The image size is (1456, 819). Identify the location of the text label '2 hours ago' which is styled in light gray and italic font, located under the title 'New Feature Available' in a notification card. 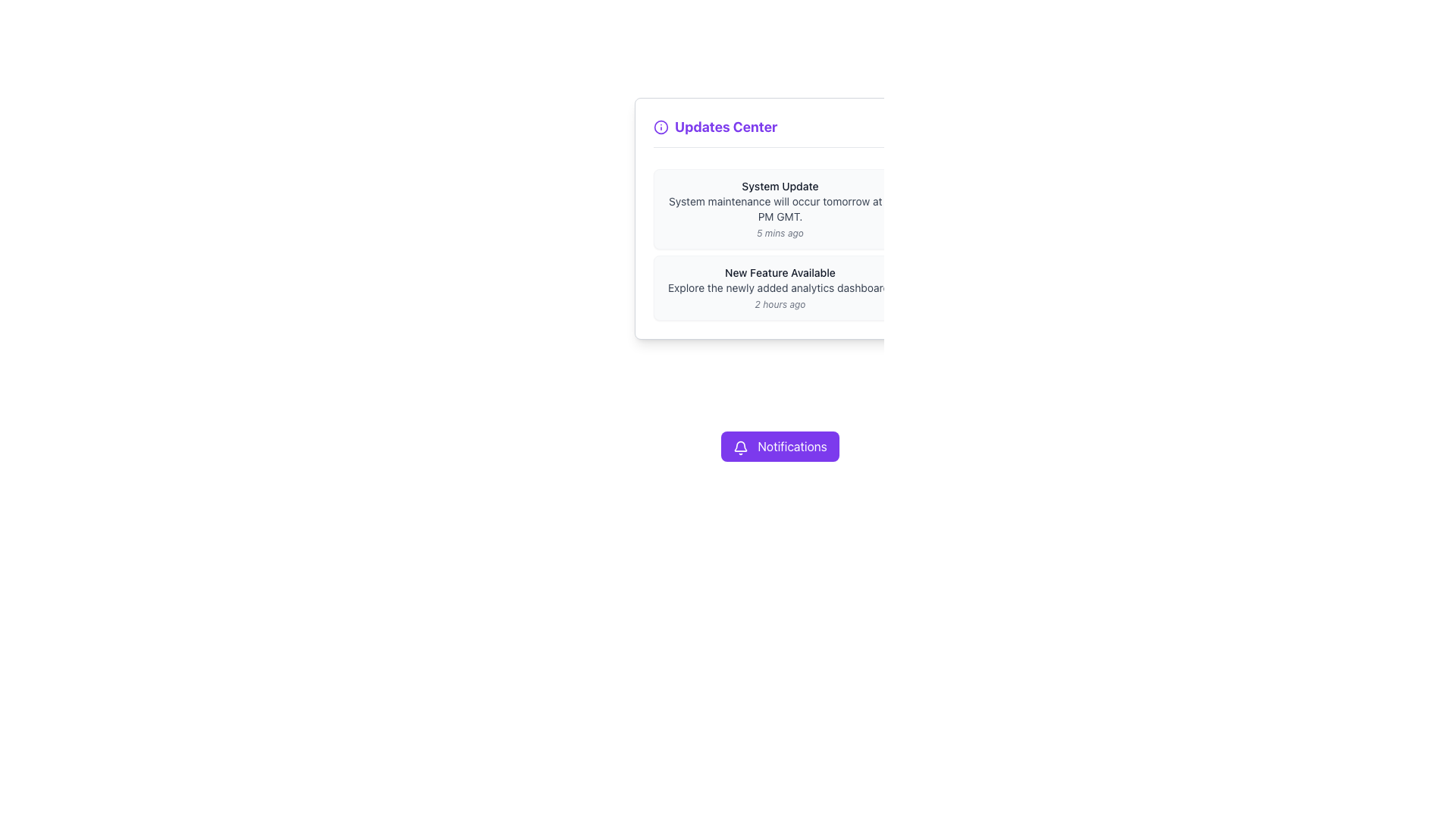
(780, 304).